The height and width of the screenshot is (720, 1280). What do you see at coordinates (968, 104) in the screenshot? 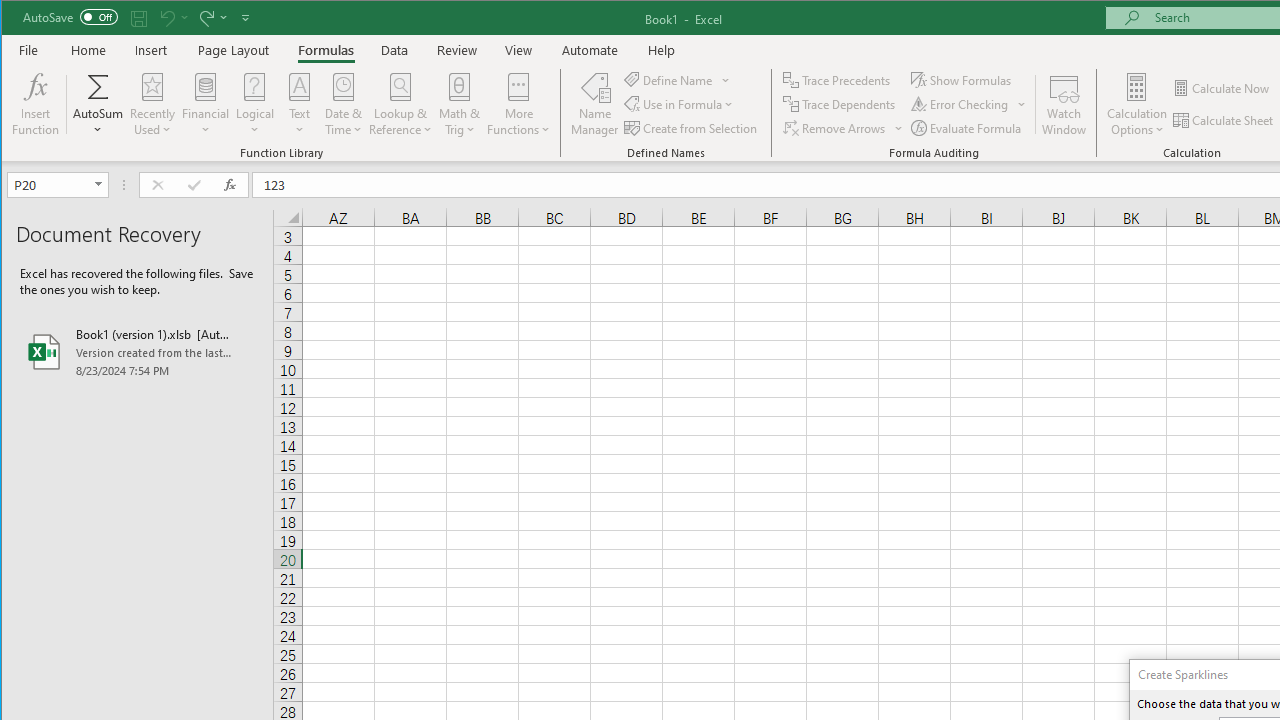
I see `'Error Checking...'` at bounding box center [968, 104].